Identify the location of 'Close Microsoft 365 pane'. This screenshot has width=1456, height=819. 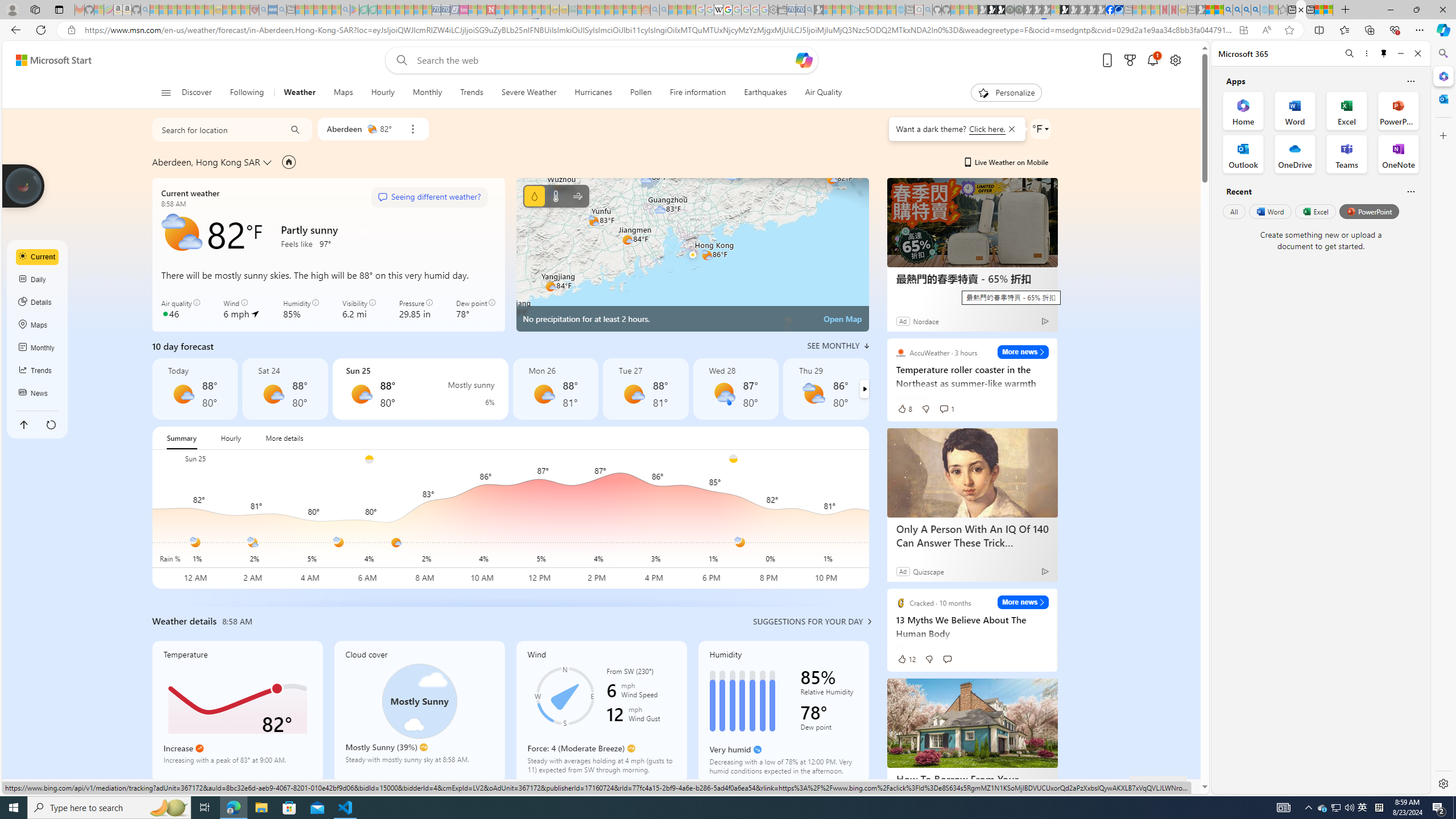
(1442, 76).